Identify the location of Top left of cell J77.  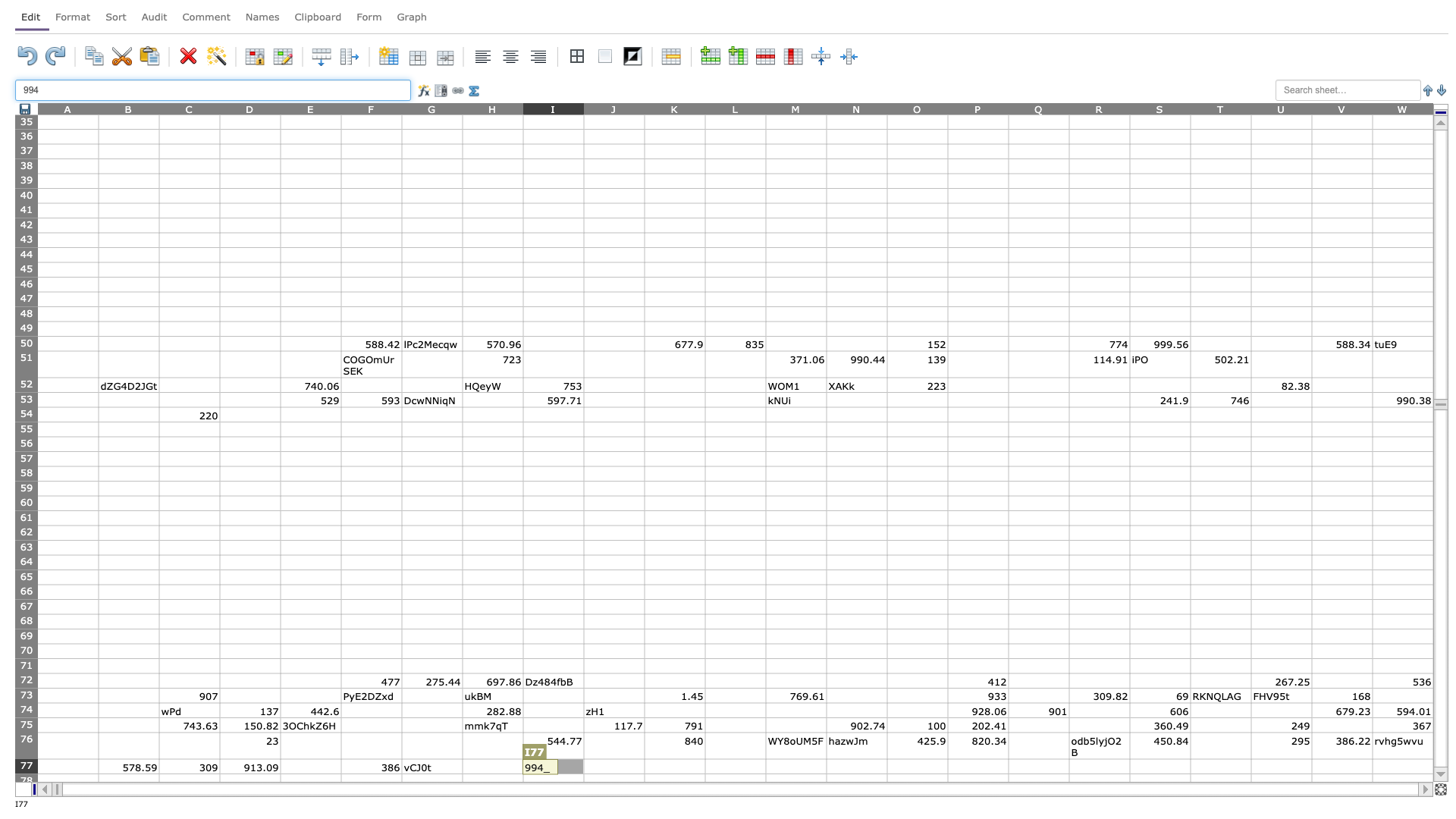
(582, 759).